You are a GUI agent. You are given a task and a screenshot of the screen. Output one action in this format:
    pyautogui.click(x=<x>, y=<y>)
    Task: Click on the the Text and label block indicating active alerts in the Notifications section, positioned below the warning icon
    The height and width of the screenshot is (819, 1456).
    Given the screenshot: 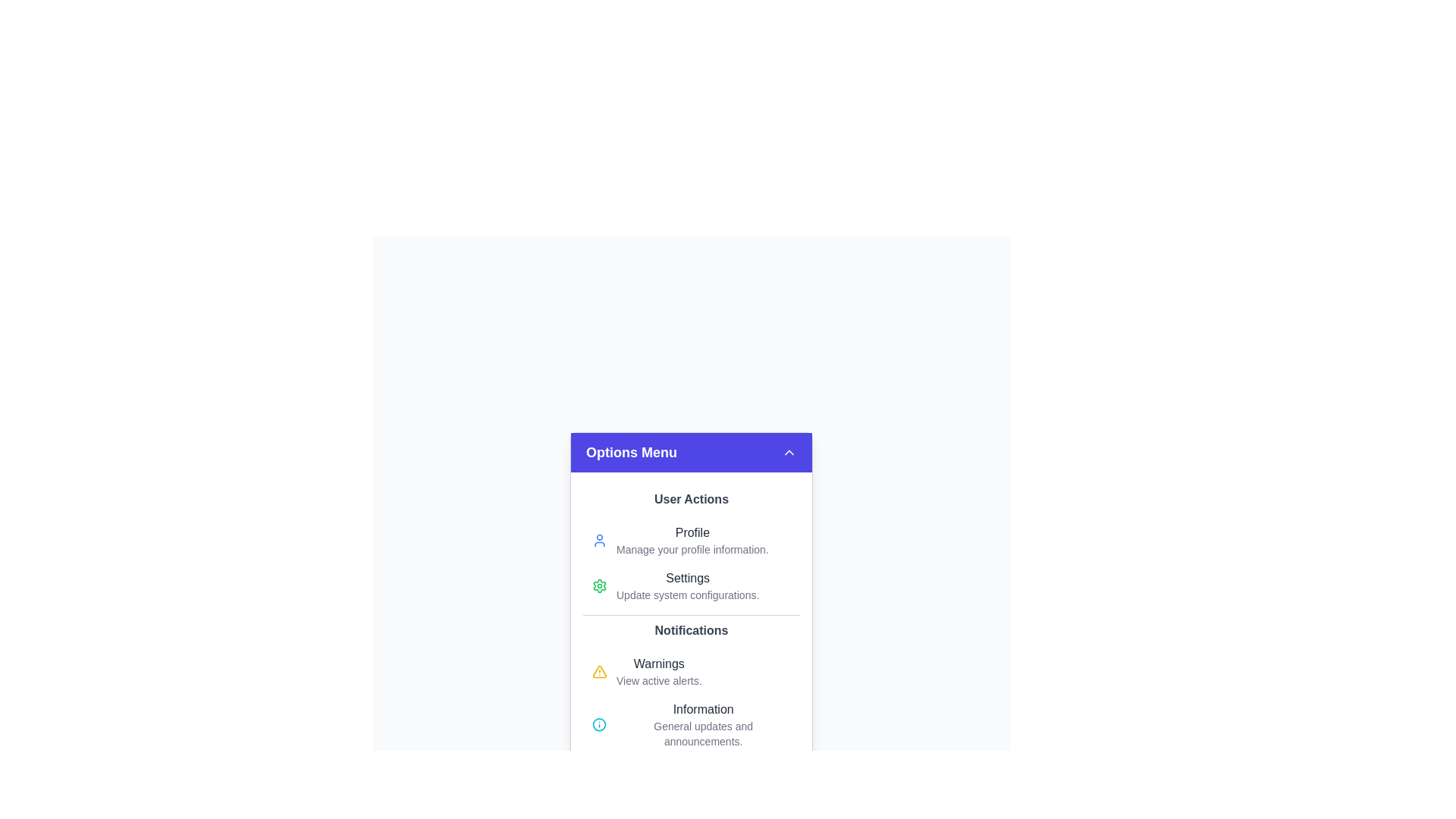 What is the action you would take?
    pyautogui.click(x=659, y=671)
    